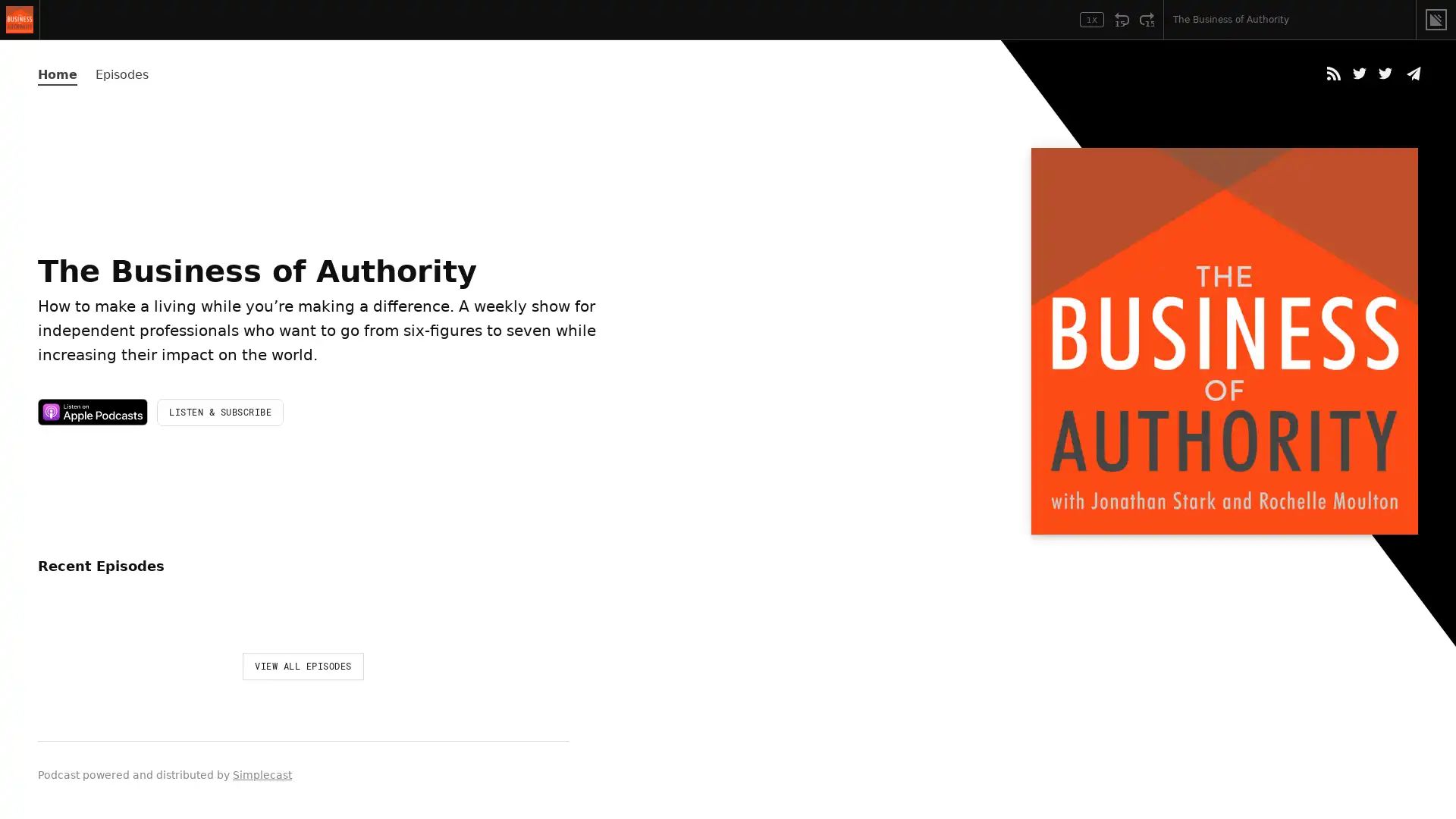 This screenshot has height=819, width=1456. What do you see at coordinates (219, 412) in the screenshot?
I see `LISTEN & SUBSCRIBE` at bounding box center [219, 412].